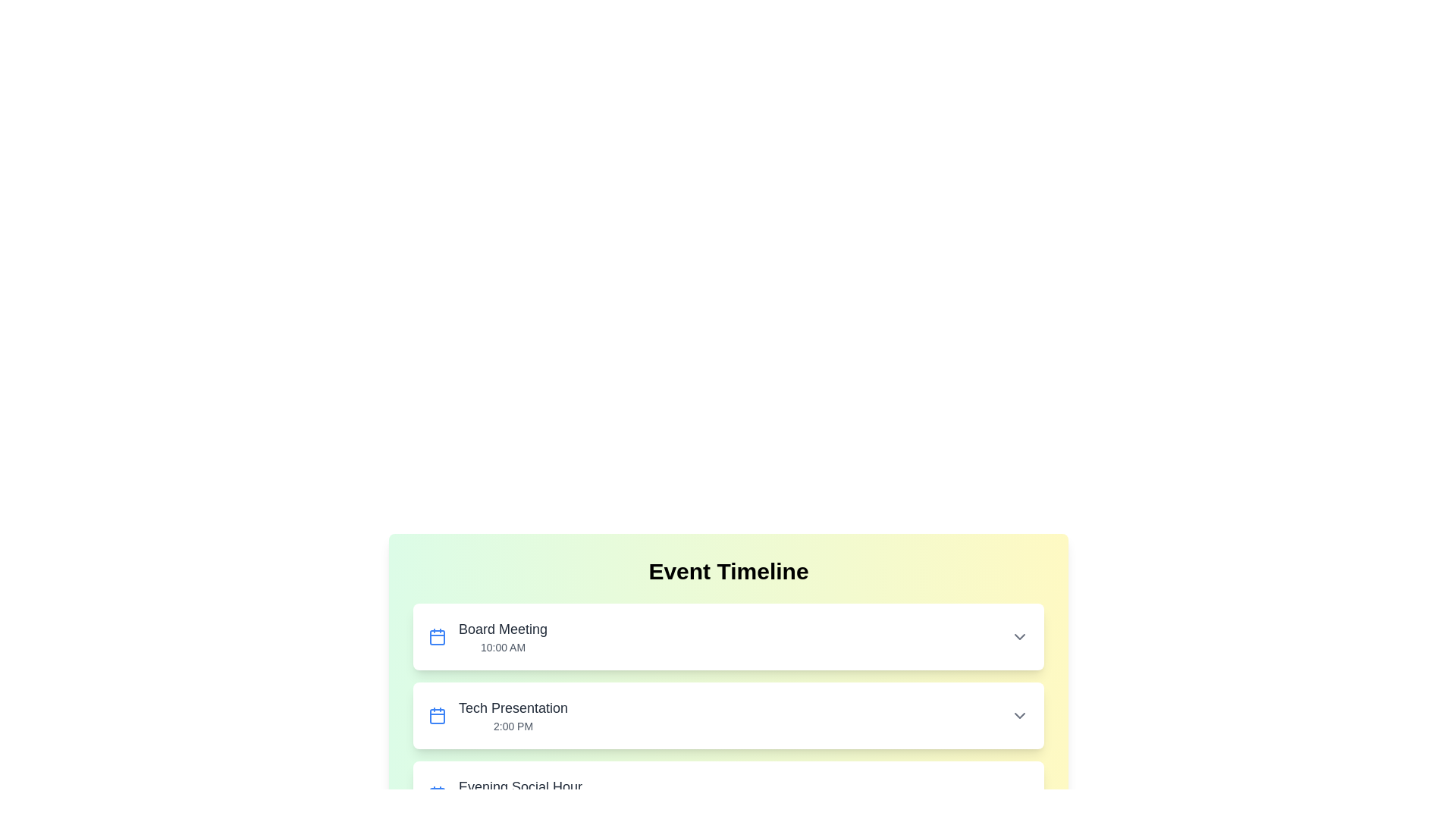  Describe the element at coordinates (513, 725) in the screenshot. I see `the text label reading '2:00 PM' located beneath the title 'Tech Presentation' in the 'Event Timeline' section` at that location.